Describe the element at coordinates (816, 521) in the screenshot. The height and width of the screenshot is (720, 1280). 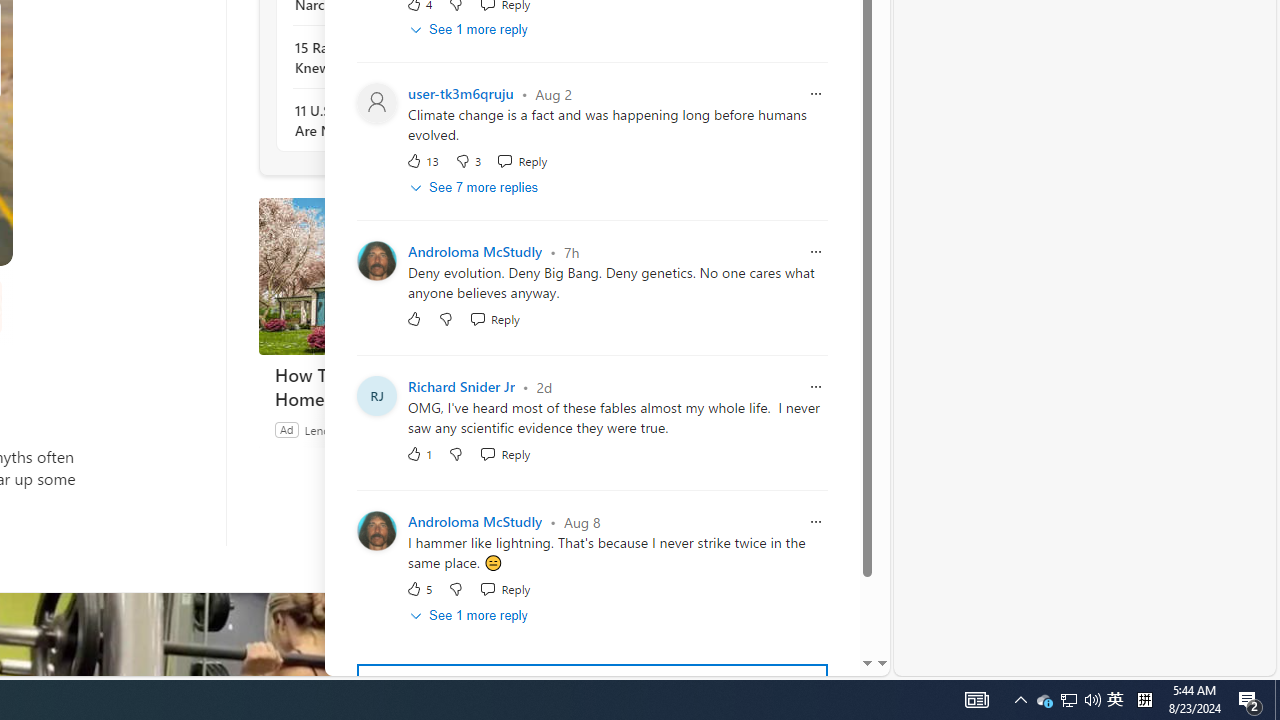
I see `'Report comment'` at that location.